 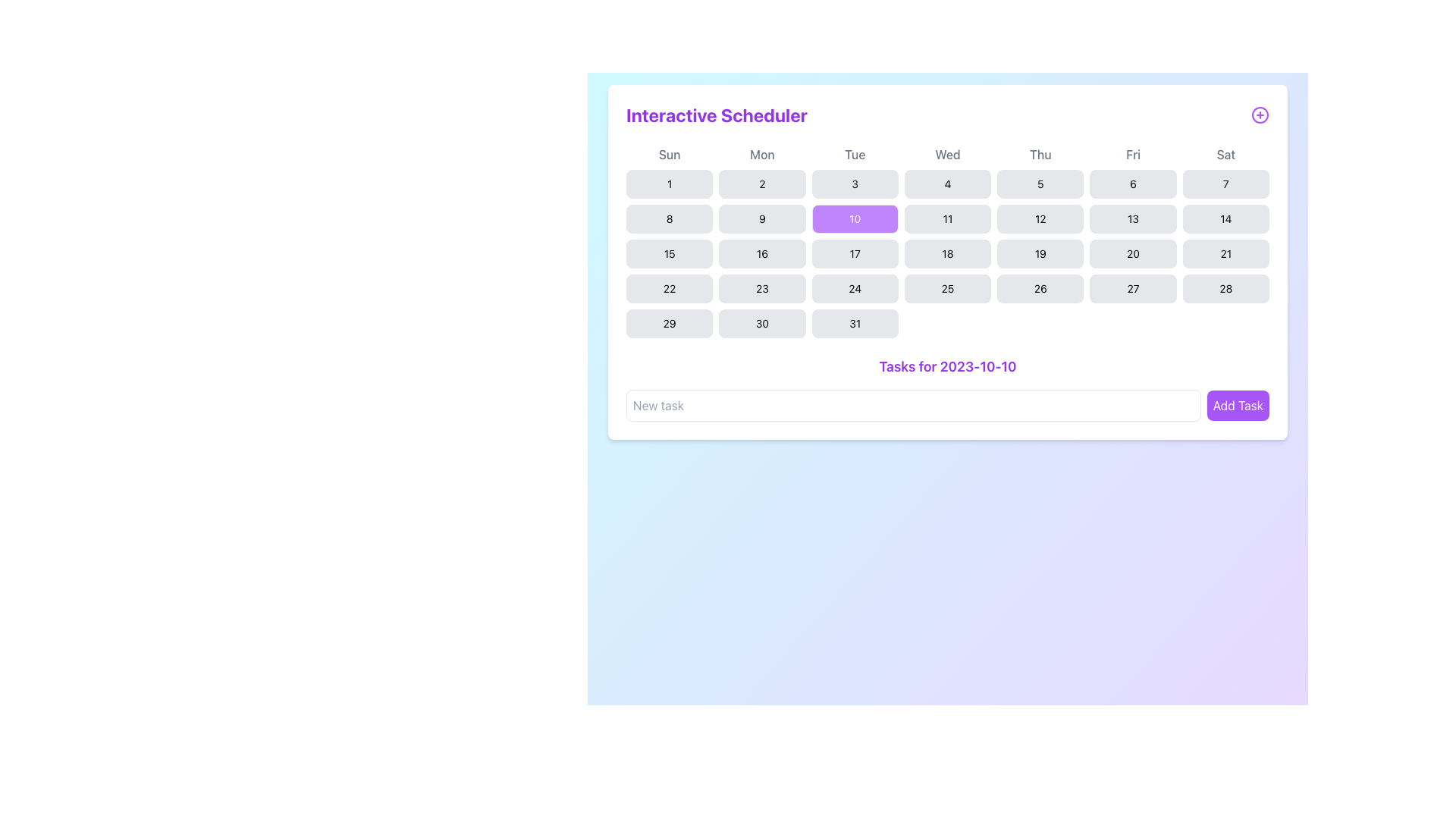 What do you see at coordinates (1133, 155) in the screenshot?
I see `the static text label displaying 'Fri', which is the sixth label in a row representing the days of the week, positioned in the upper-right area of the calendar interface` at bounding box center [1133, 155].